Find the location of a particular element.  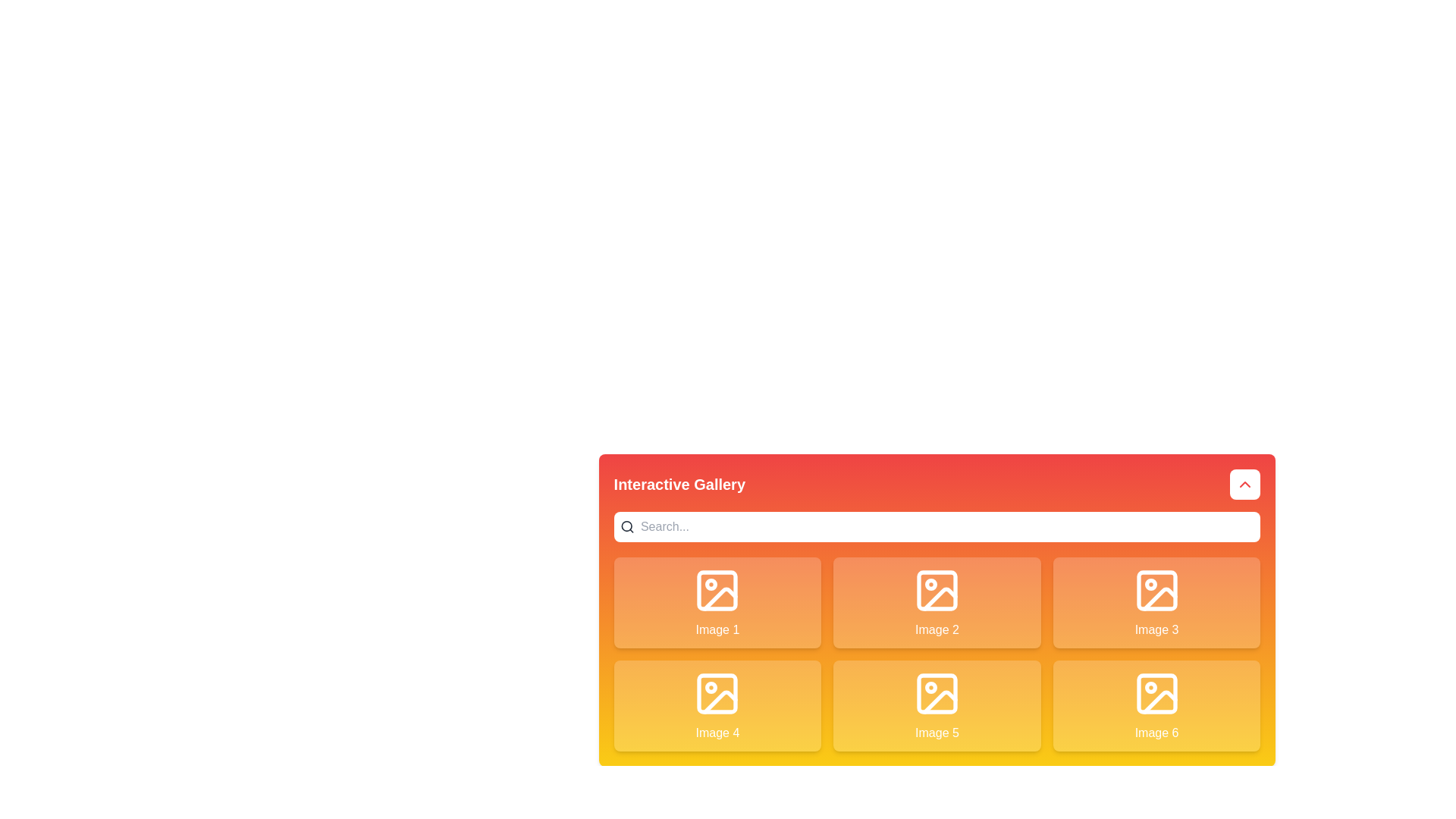

the button labeled 'Image 5', which is a rectangular card with a white image icon and a gradient orange to yellow background, located in the second row and second column of the grid is located at coordinates (936, 705).